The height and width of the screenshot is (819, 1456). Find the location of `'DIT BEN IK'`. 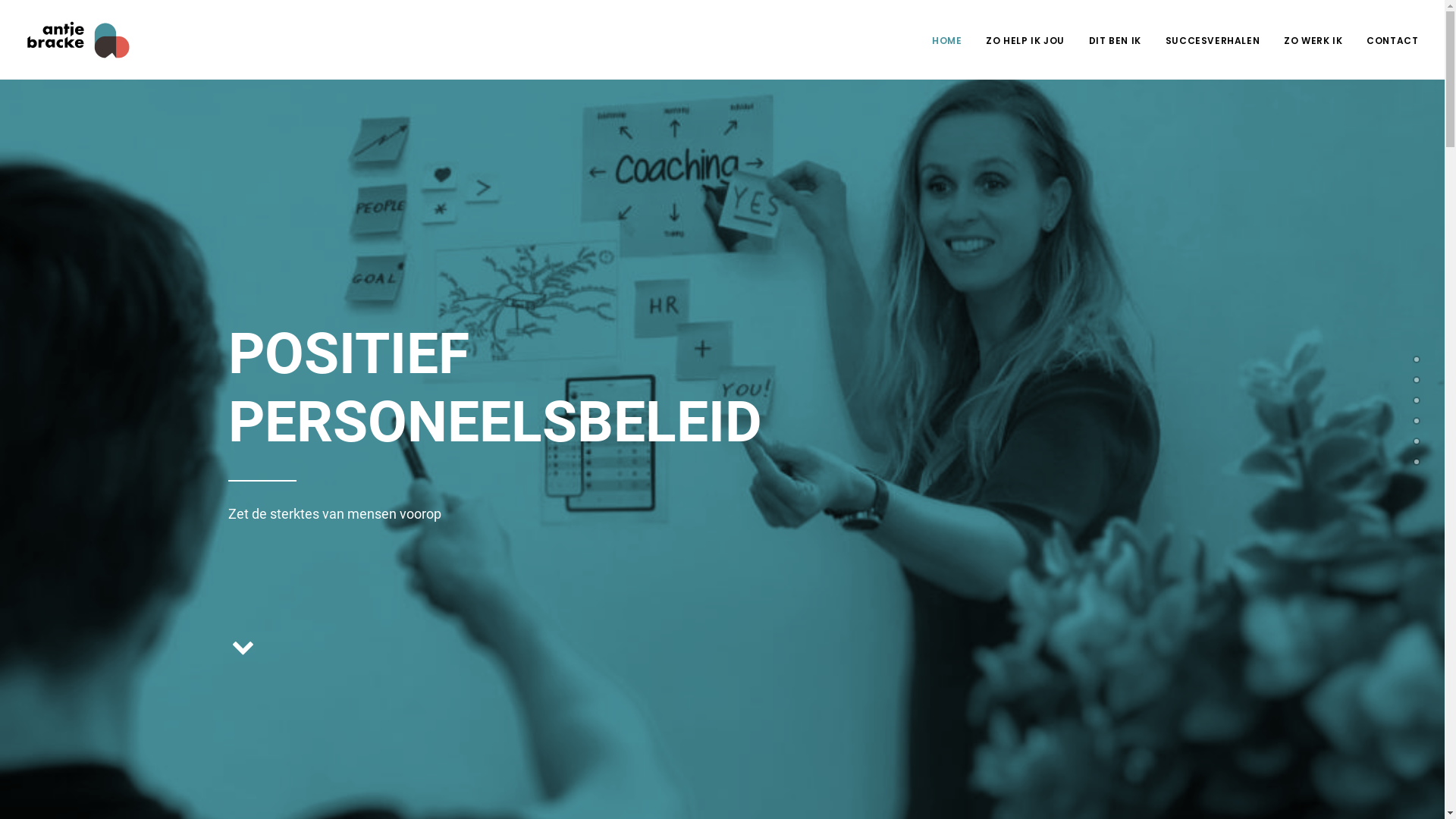

'DIT BEN IK' is located at coordinates (1077, 38).